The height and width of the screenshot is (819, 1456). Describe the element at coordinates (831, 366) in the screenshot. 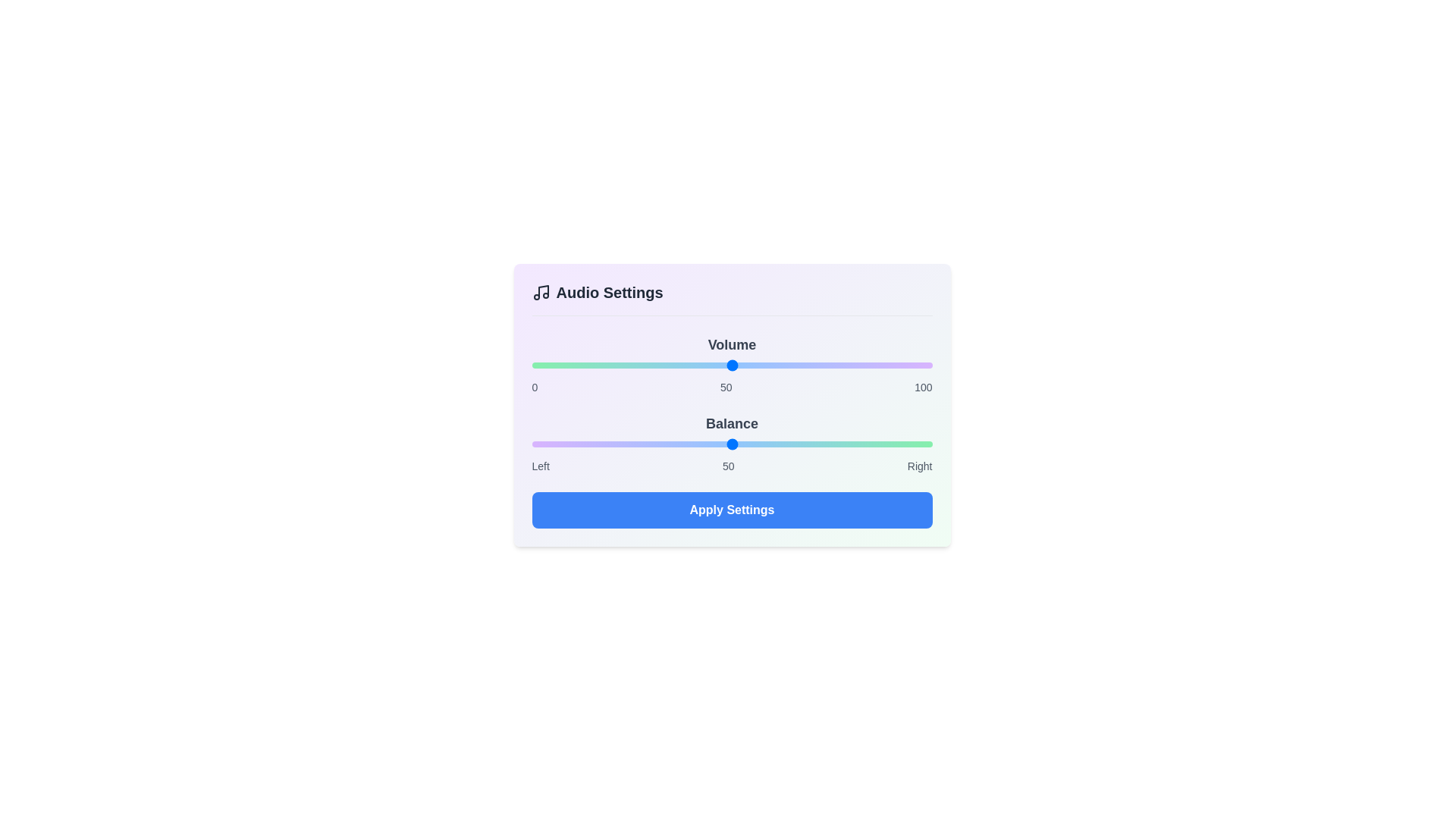

I see `the volume level` at that location.